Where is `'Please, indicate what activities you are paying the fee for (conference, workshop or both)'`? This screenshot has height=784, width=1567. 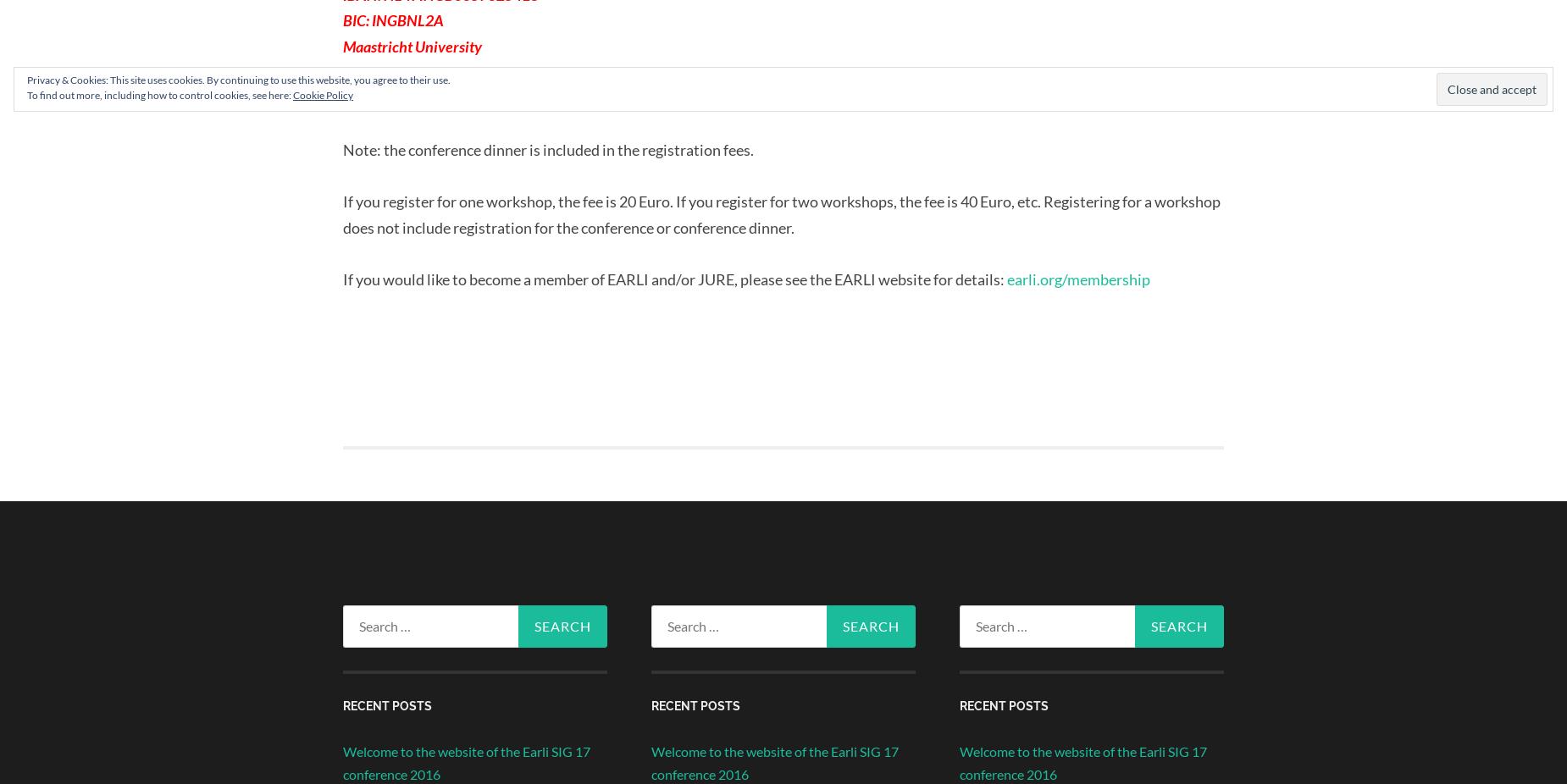 'Please, indicate what activities you are paying the fee for (conference, workshop or both)' is located at coordinates (607, 97).